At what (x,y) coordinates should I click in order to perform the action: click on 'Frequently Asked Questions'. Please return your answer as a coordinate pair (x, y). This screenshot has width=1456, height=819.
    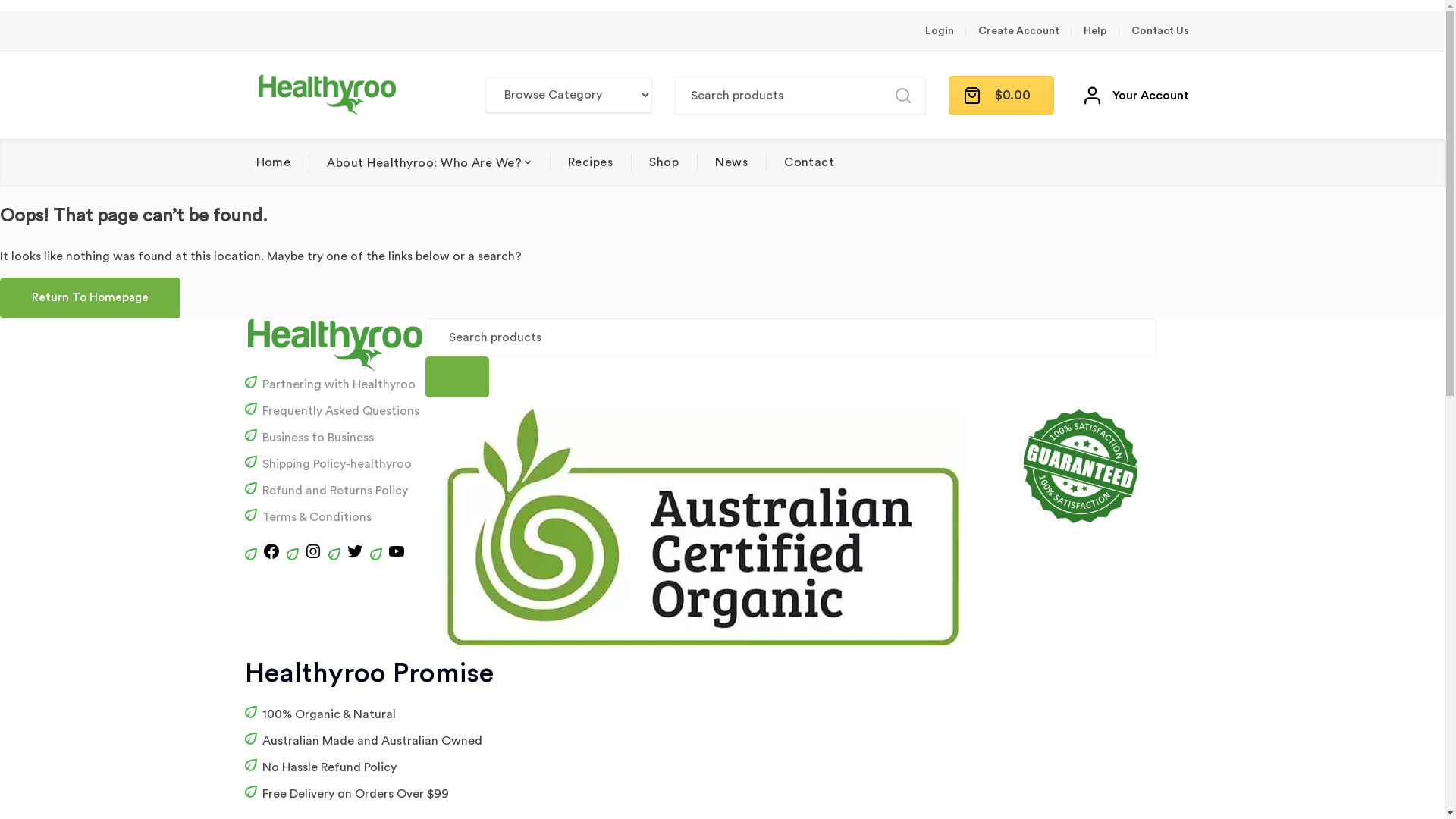
    Looking at the image, I should click on (262, 411).